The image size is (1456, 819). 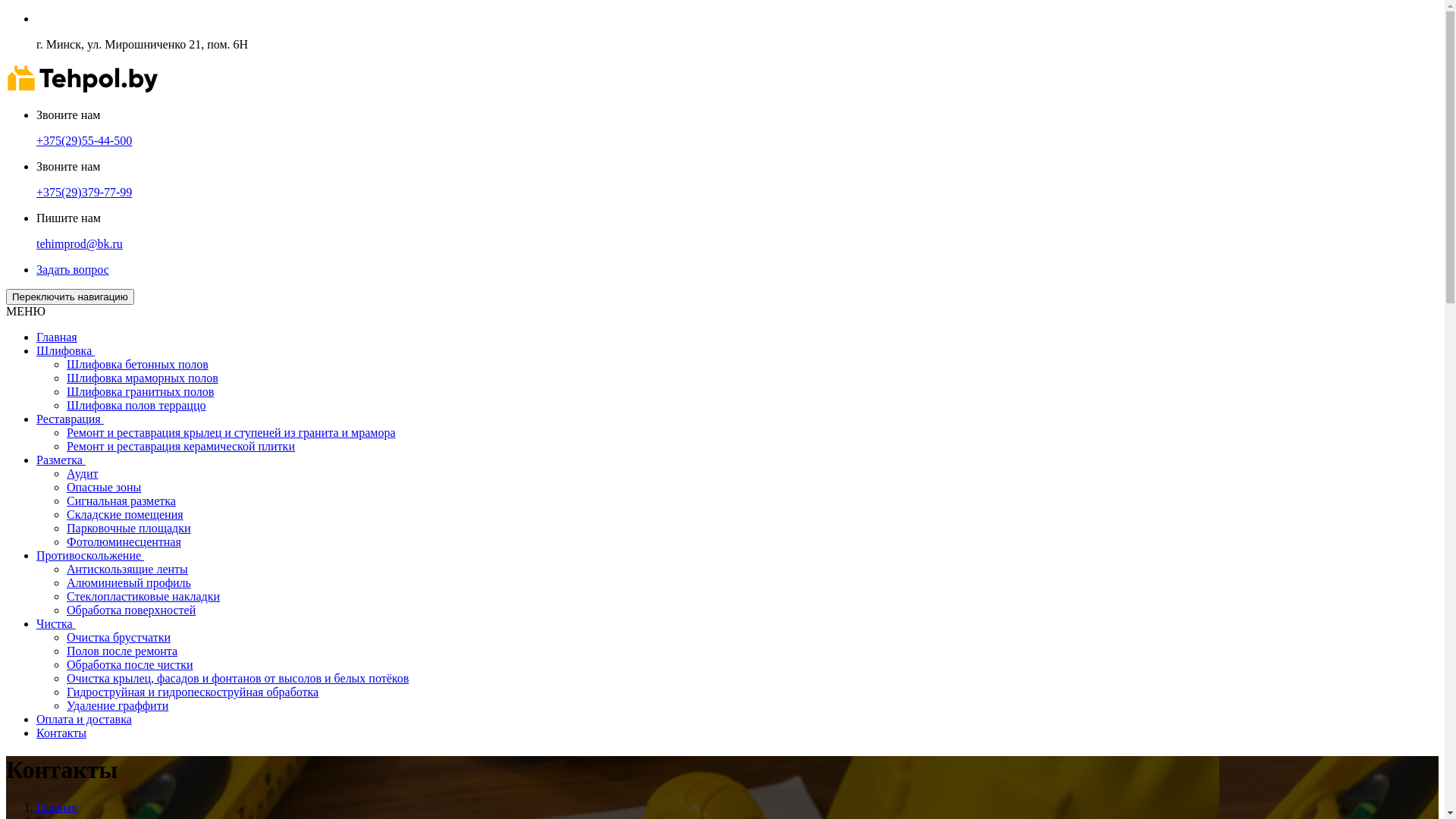 I want to click on '+375(29)379-77-99', so click(x=36, y=191).